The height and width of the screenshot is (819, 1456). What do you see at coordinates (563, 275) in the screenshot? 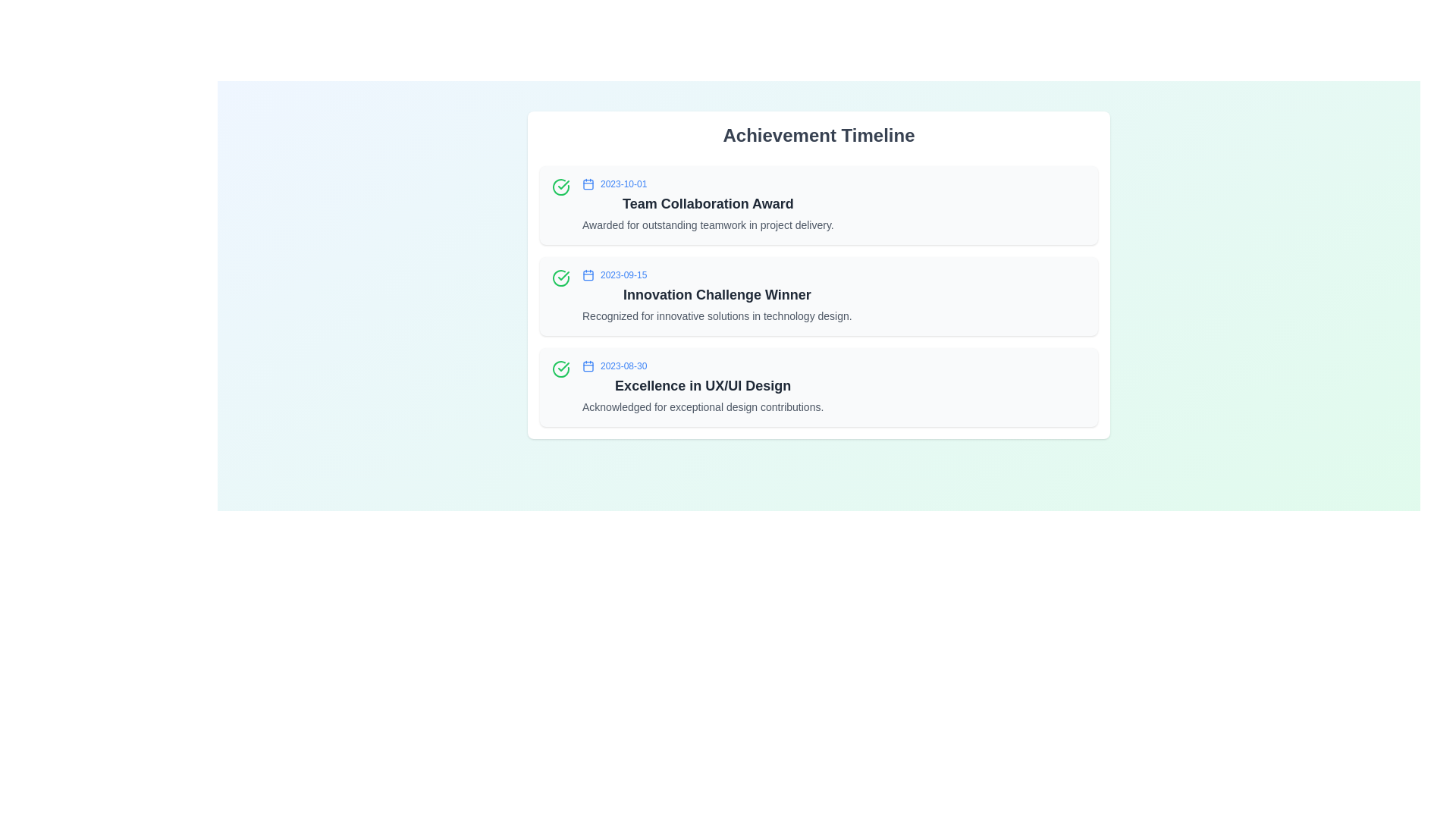
I see `the graphical checkmark icon within the green stroke circle, which is the second segment of the SVG in the interface's timeline entry` at bounding box center [563, 275].